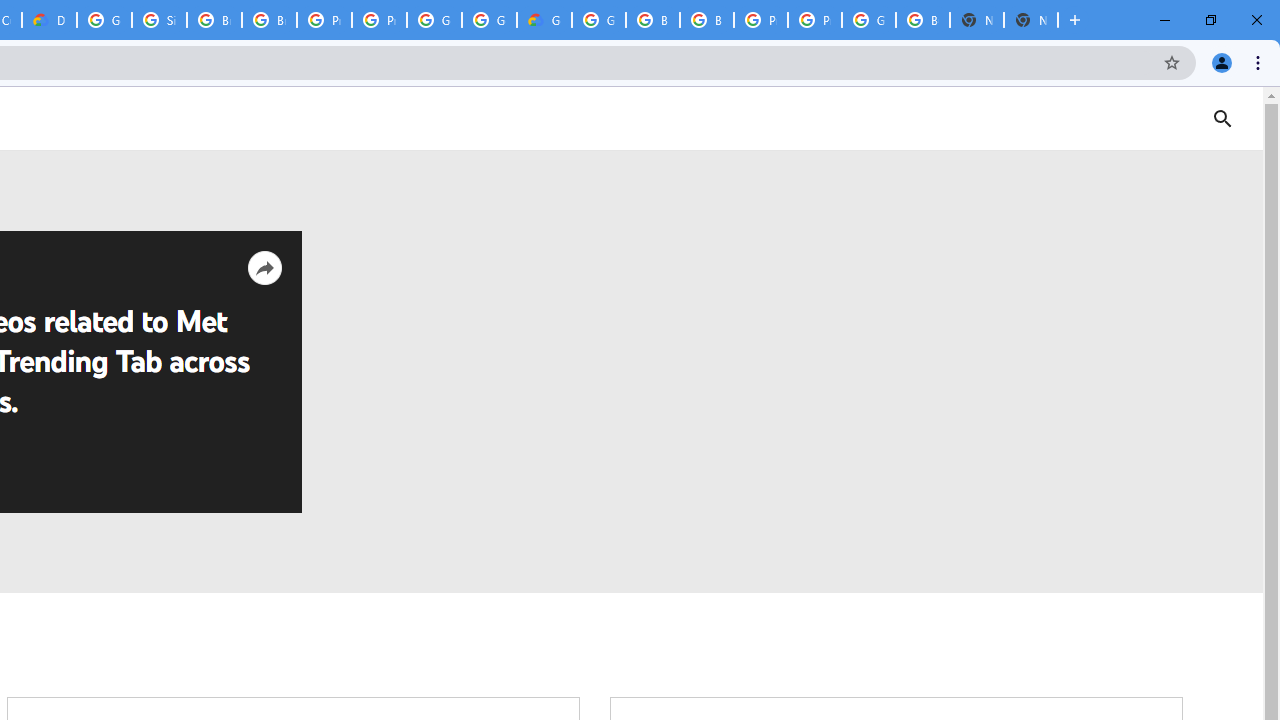 This screenshot has height=720, width=1280. Describe the element at coordinates (544, 20) in the screenshot. I see `'Google Cloud Estimate Summary'` at that location.